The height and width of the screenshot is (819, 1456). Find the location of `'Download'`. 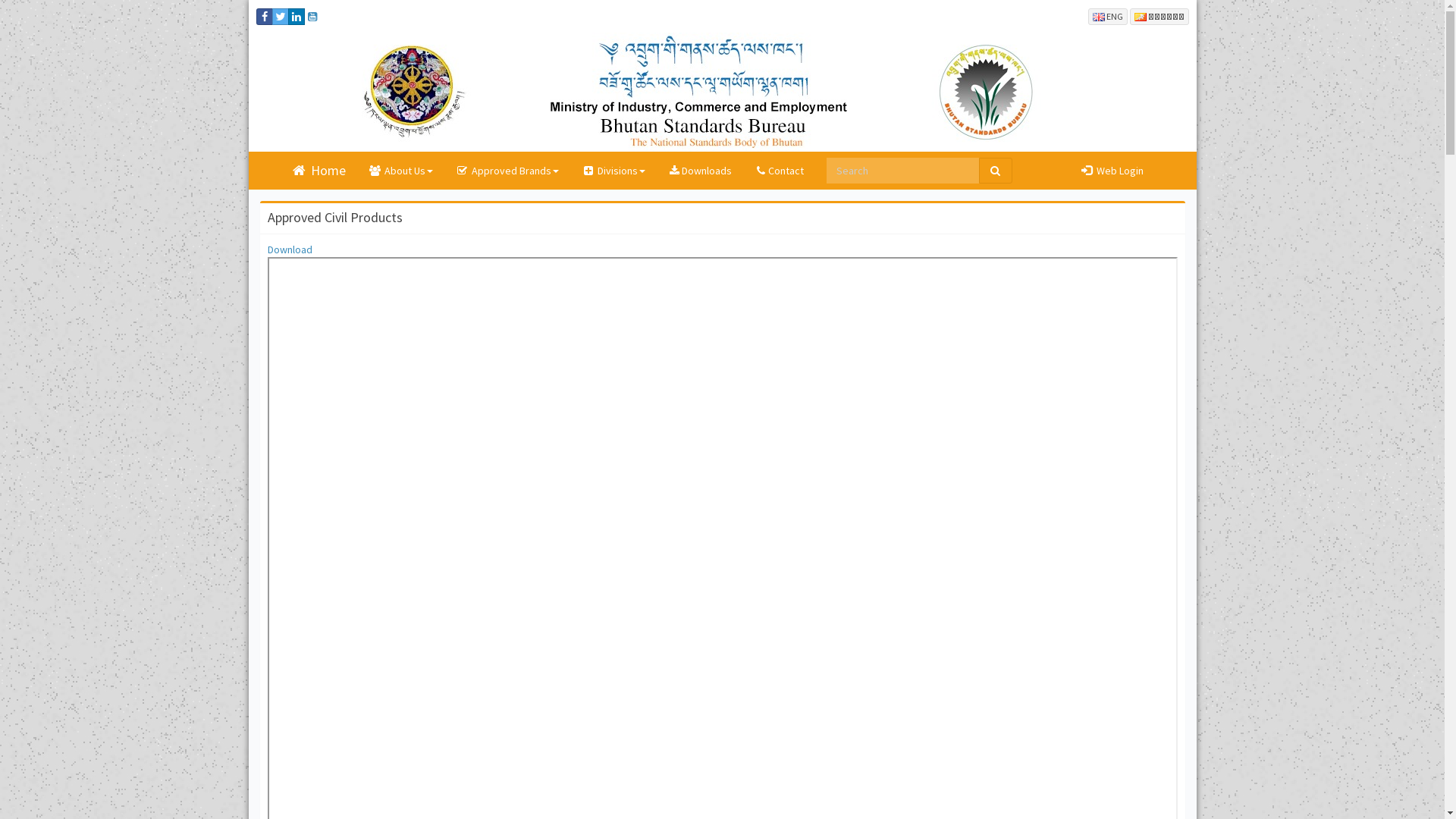

'Download' is located at coordinates (289, 248).